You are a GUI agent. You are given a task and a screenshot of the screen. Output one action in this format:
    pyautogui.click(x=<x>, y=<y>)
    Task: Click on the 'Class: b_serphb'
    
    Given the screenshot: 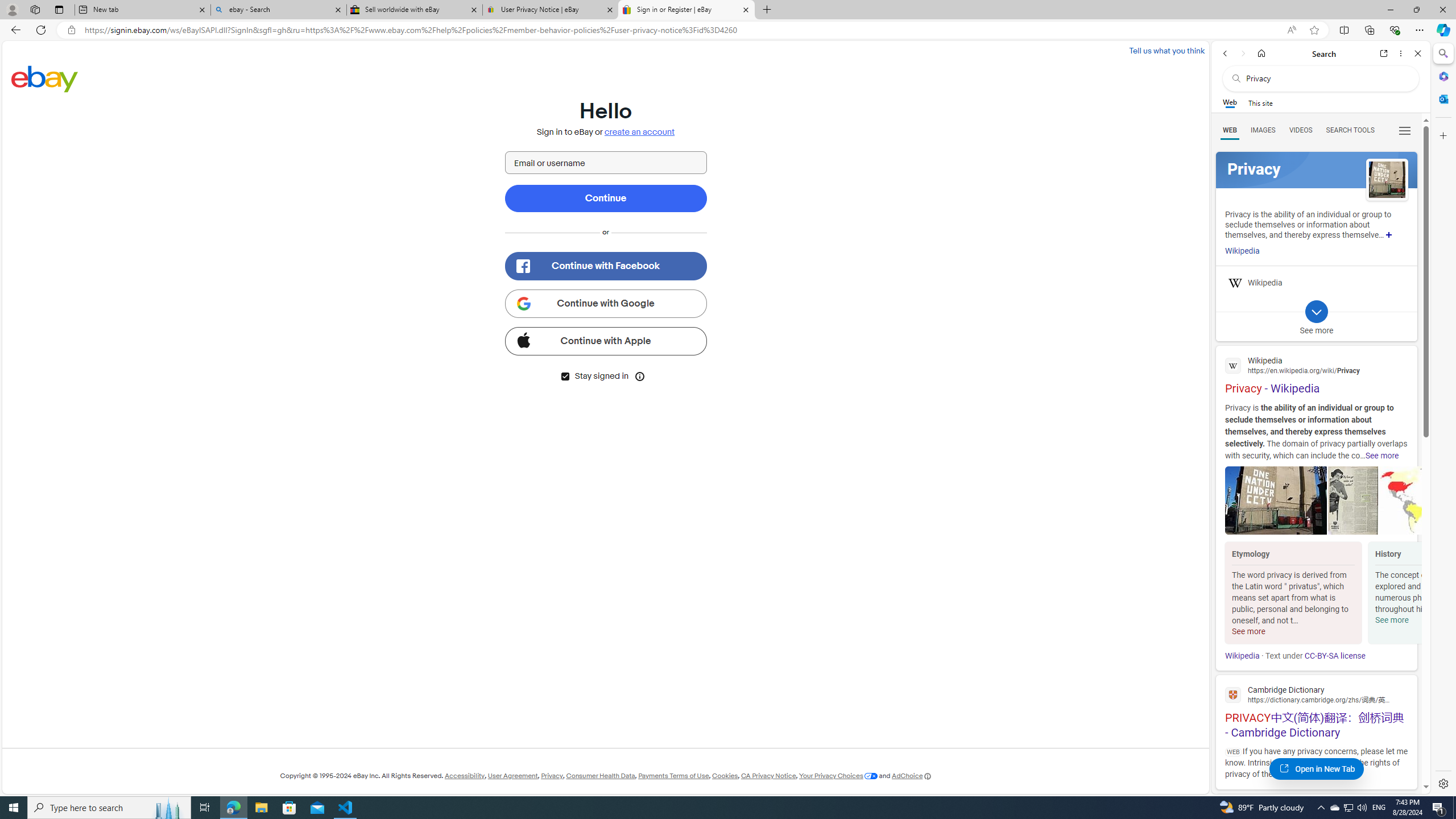 What is the action you would take?
    pyautogui.click(x=1405, y=130)
    